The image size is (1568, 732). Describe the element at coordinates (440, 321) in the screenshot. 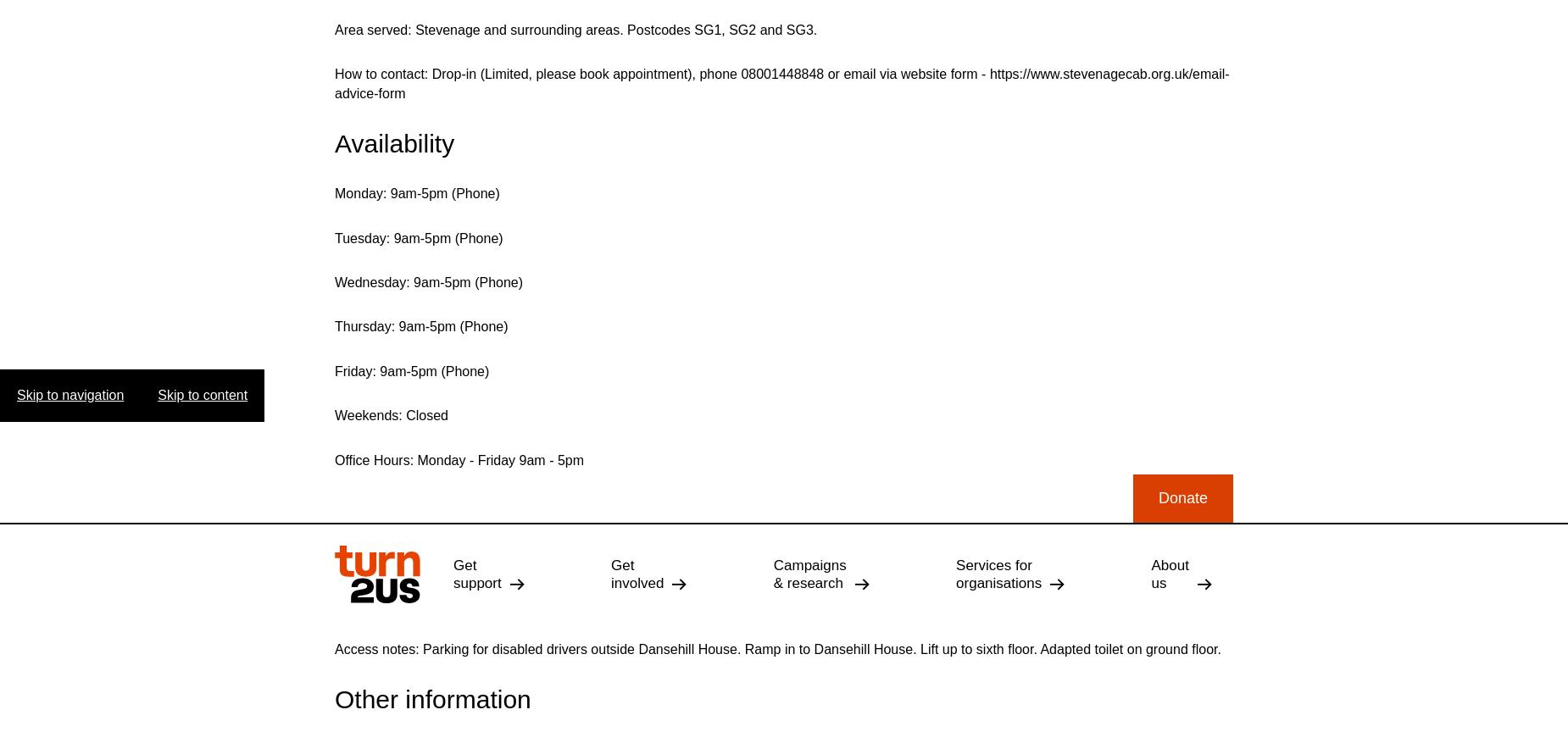

I see `'Back to search results'` at that location.